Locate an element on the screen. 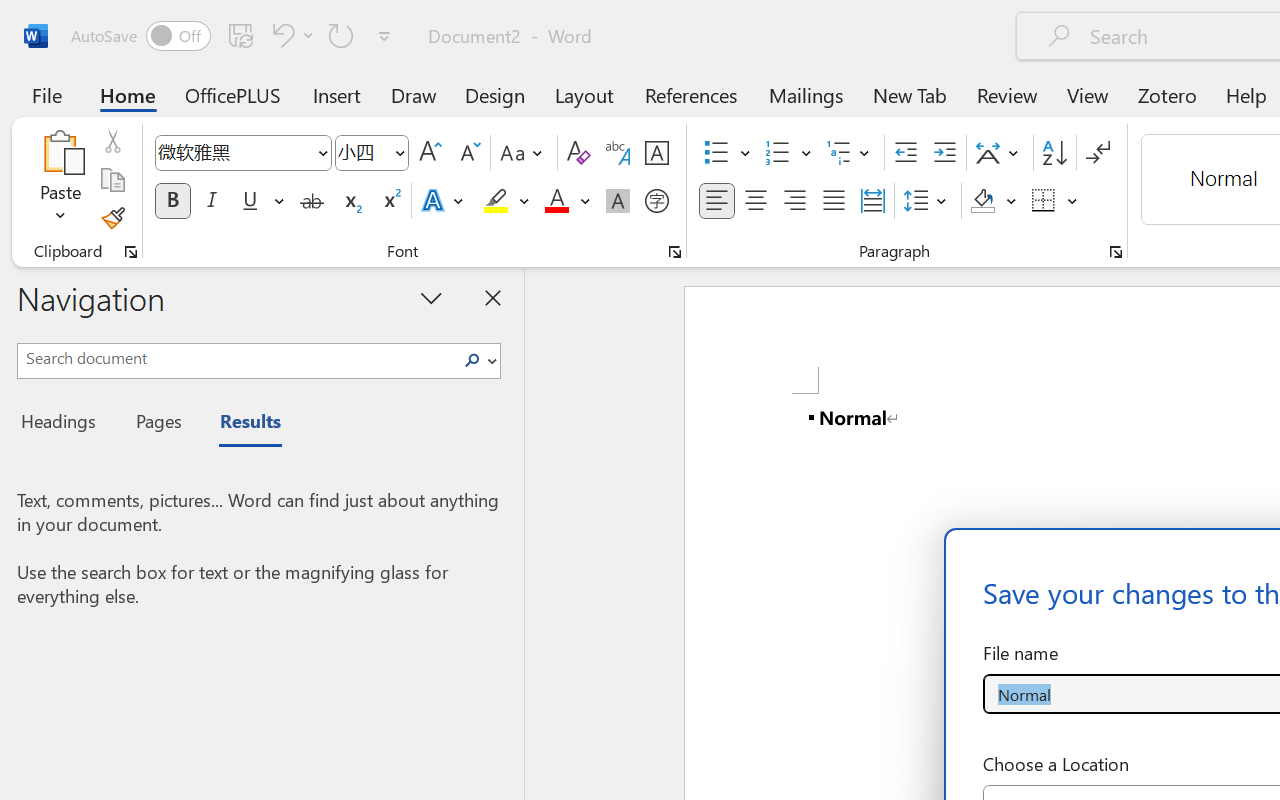  'Customize Quick Access Toolbar' is located at coordinates (384, 35).